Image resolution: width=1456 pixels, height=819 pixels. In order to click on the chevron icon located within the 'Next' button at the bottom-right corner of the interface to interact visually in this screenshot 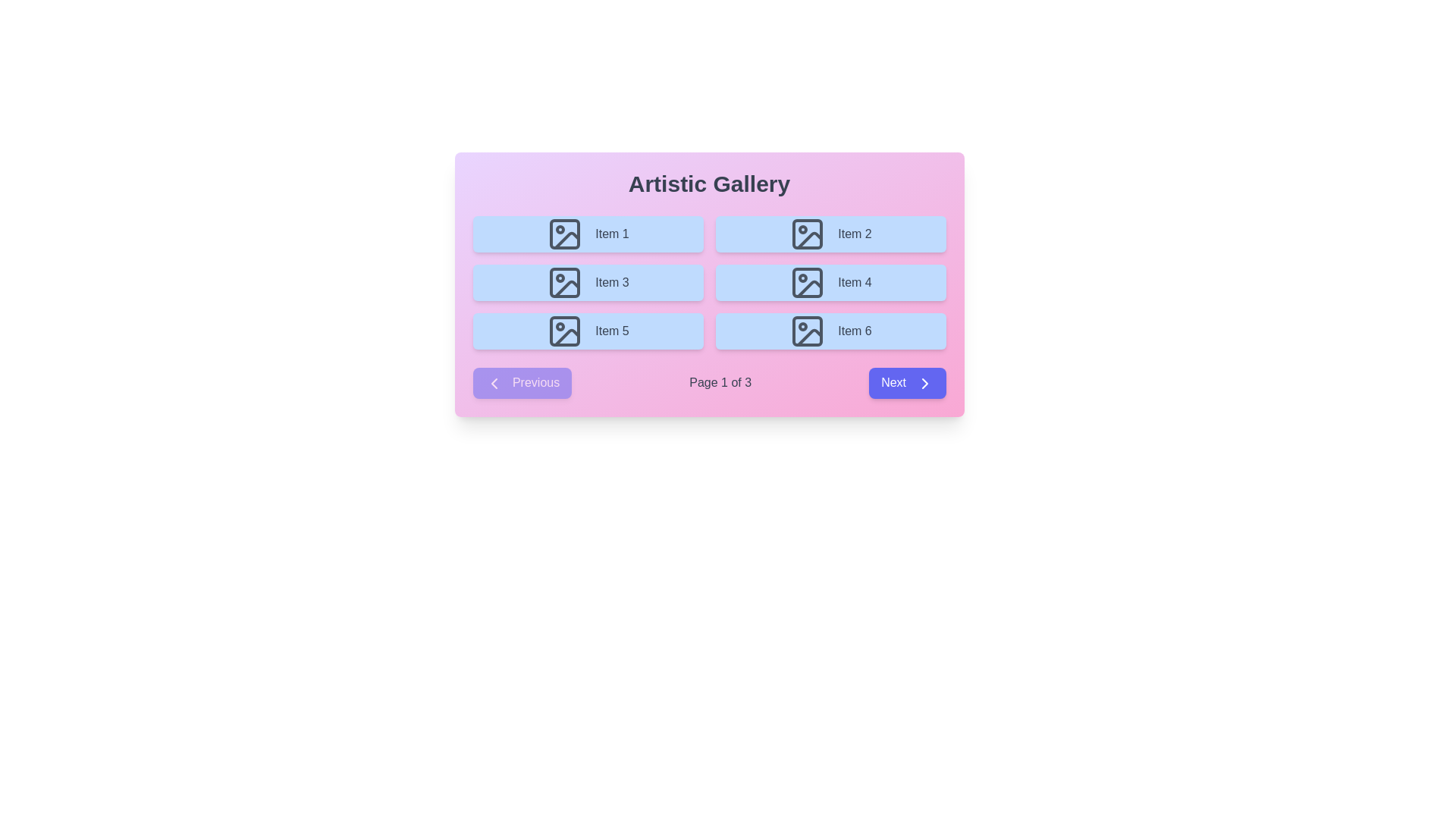, I will do `click(924, 382)`.